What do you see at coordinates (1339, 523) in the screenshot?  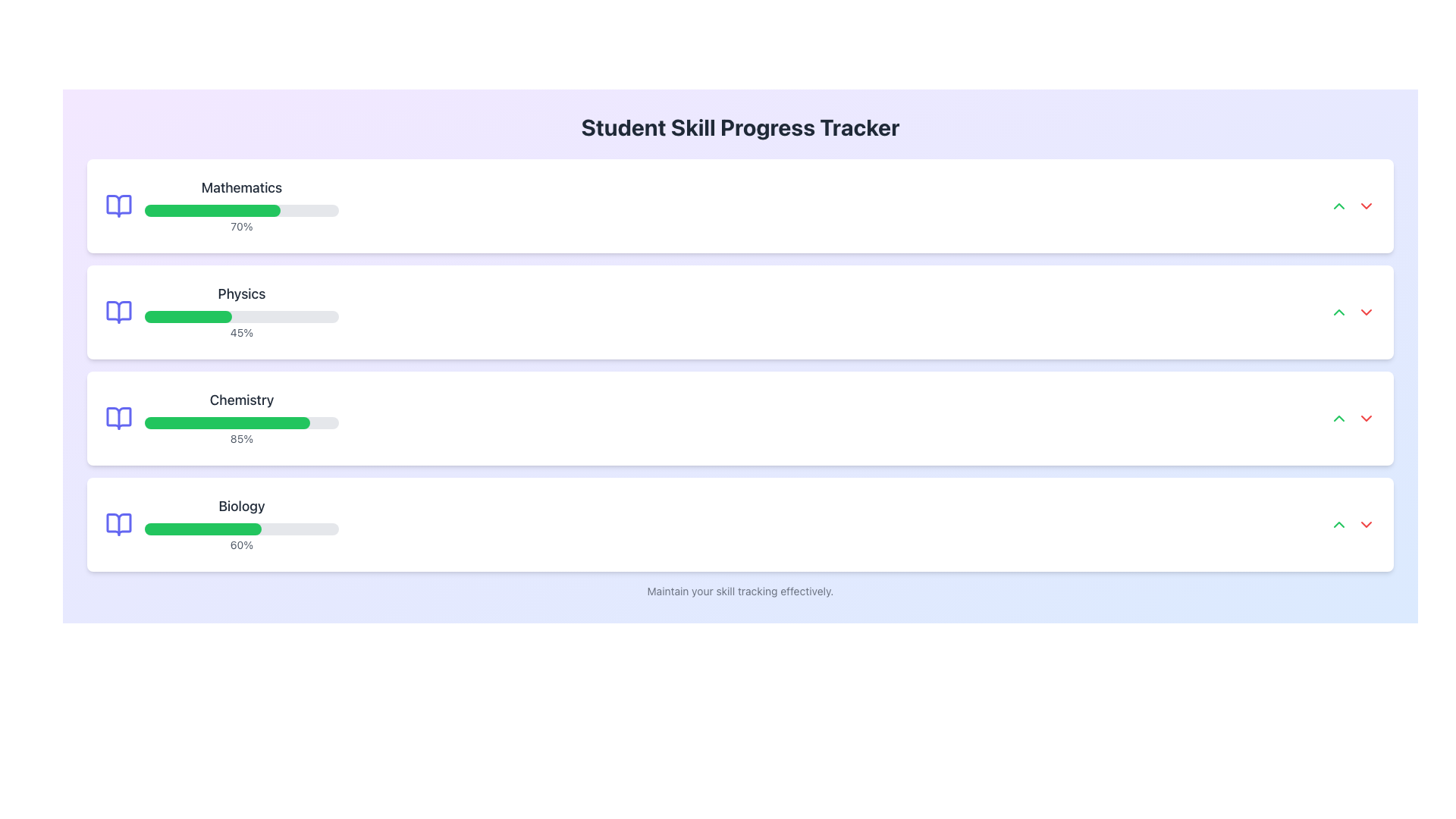 I see `the upward-pointing chevron button styled in green, located to the right of the 'Biology' section in the skill progress trackers` at bounding box center [1339, 523].